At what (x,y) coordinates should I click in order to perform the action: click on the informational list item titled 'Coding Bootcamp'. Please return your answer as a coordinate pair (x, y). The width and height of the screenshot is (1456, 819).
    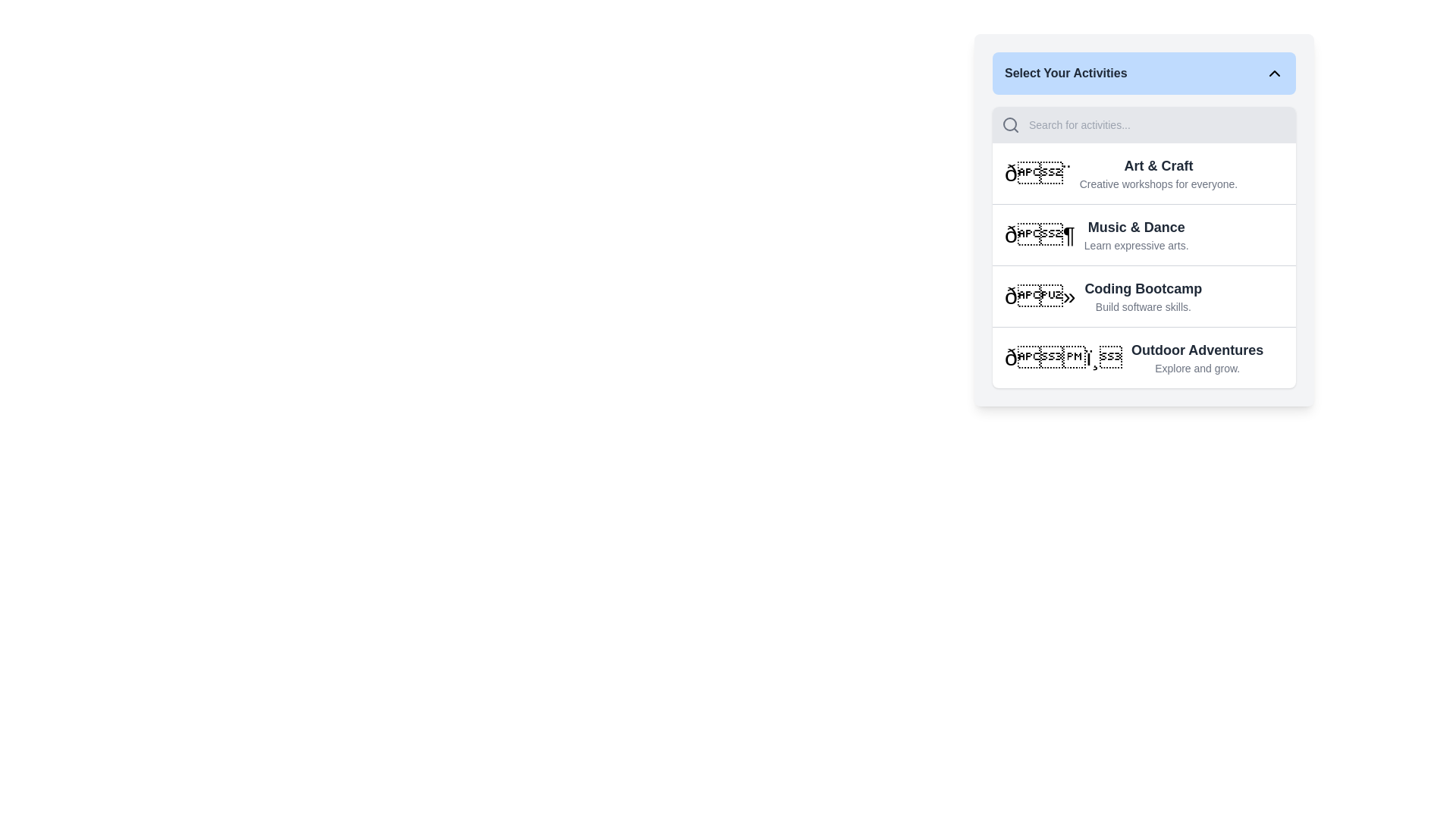
    Looking at the image, I should click on (1144, 296).